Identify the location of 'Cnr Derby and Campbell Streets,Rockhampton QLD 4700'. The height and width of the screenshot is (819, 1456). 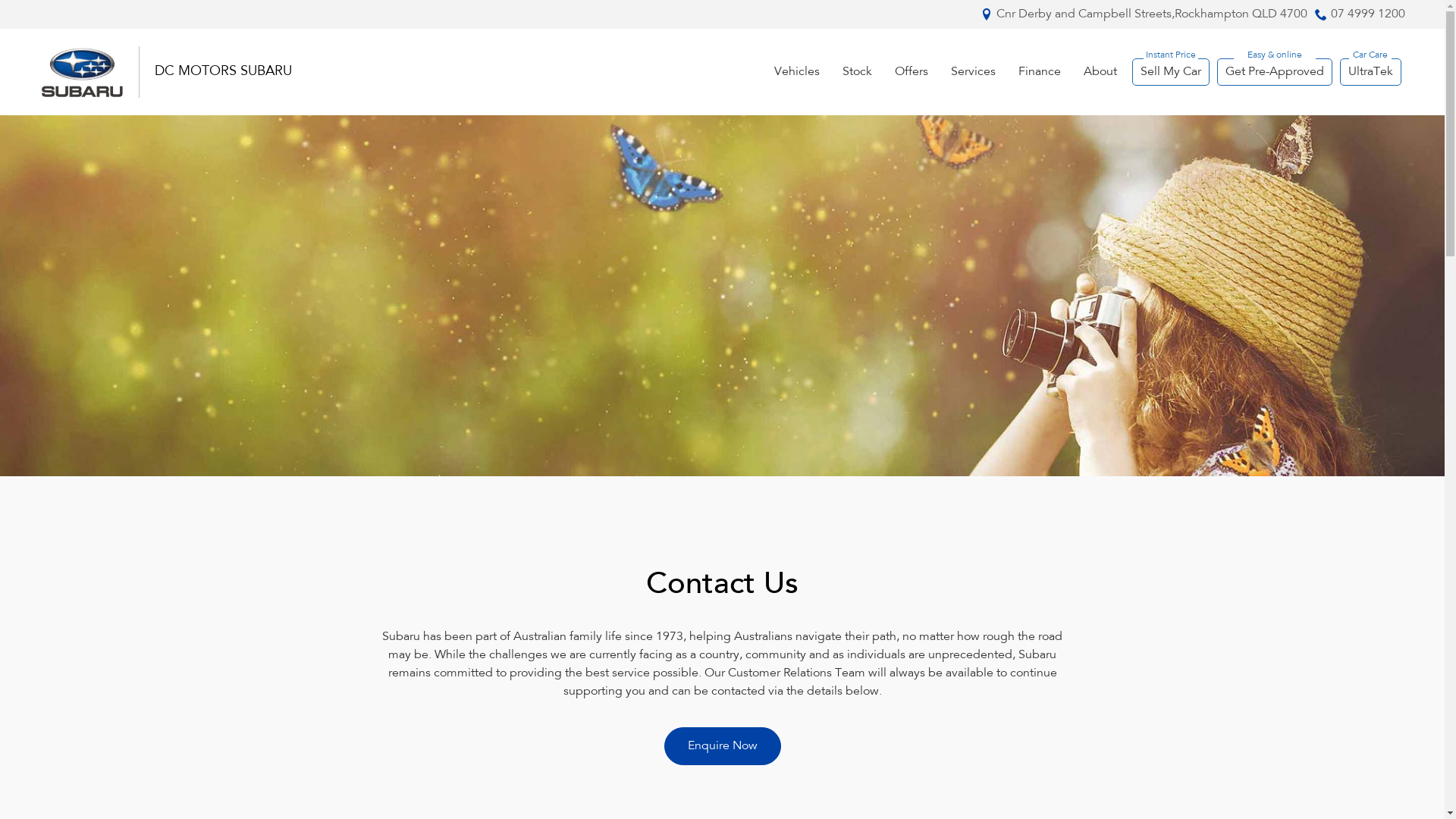
(1151, 14).